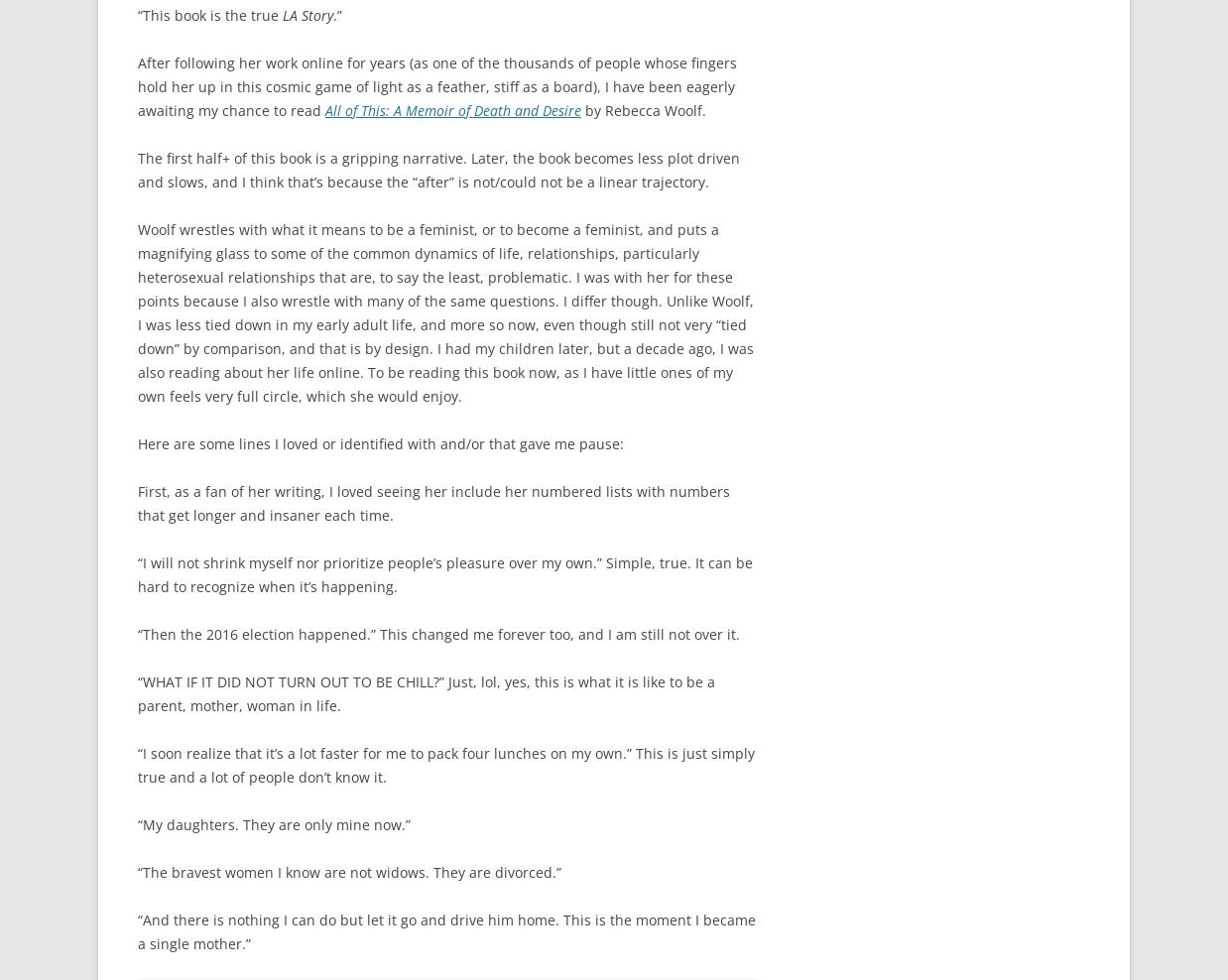  What do you see at coordinates (432, 502) in the screenshot?
I see `'First, as a fan of her writing, I loved seeing her include her numbered lists with numbers that get longer and insaner each time.'` at bounding box center [432, 502].